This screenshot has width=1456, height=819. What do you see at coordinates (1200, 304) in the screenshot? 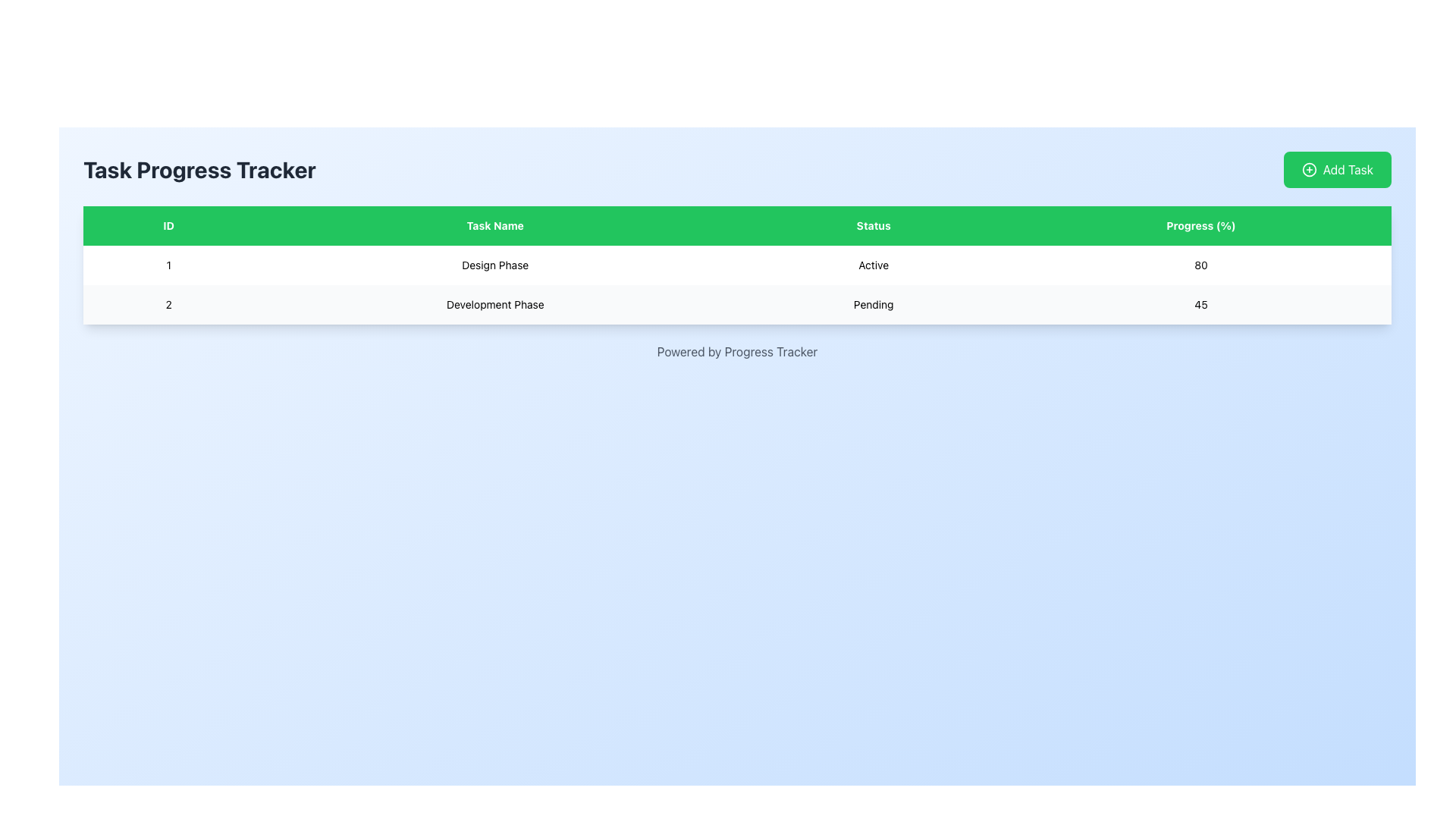
I see `the numeral '45' displayed in black text within the last column of the second row in the 'Task Progress Tracker' table` at bounding box center [1200, 304].